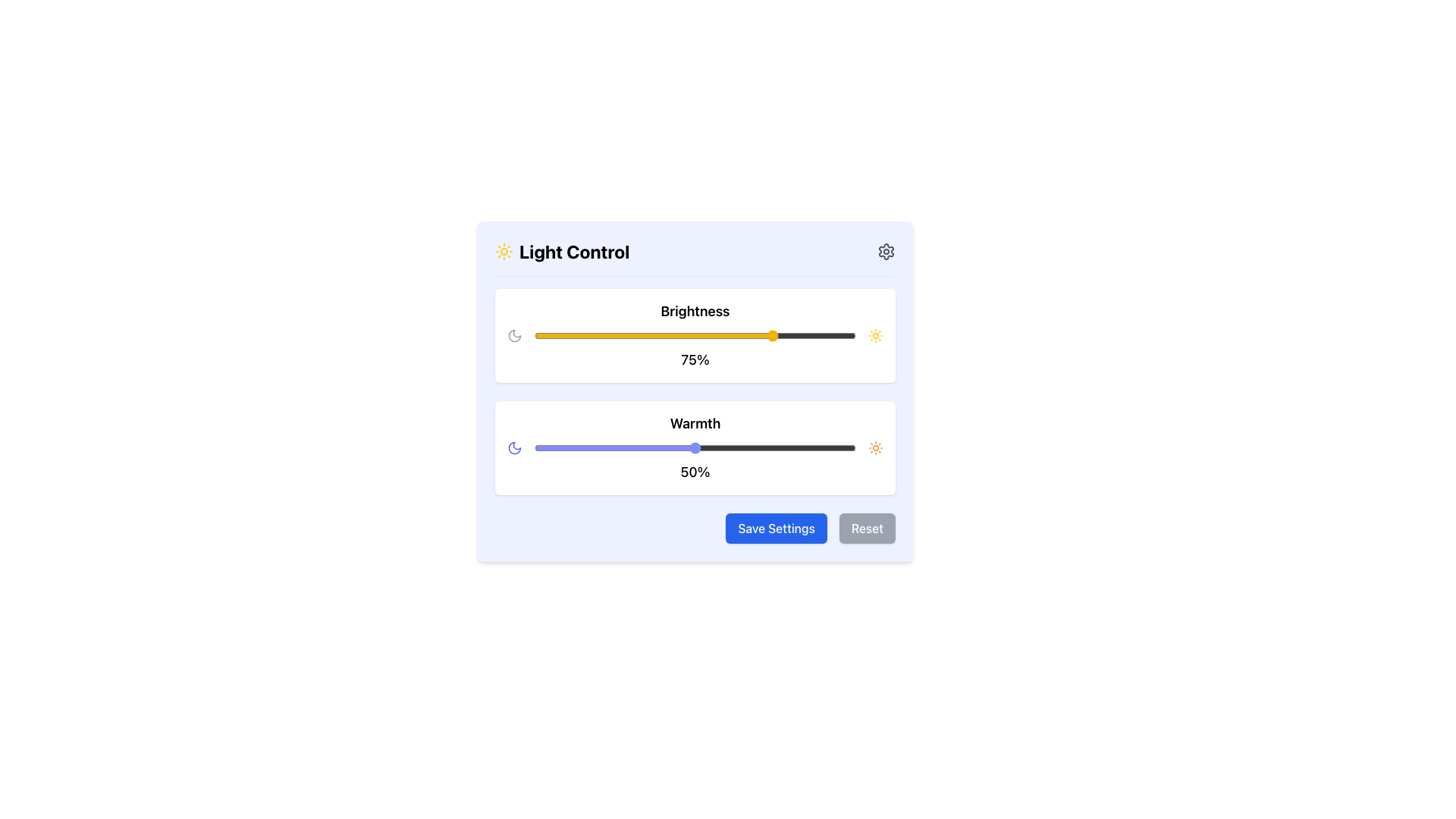  Describe the element at coordinates (582, 447) in the screenshot. I see `the warmth level` at that location.